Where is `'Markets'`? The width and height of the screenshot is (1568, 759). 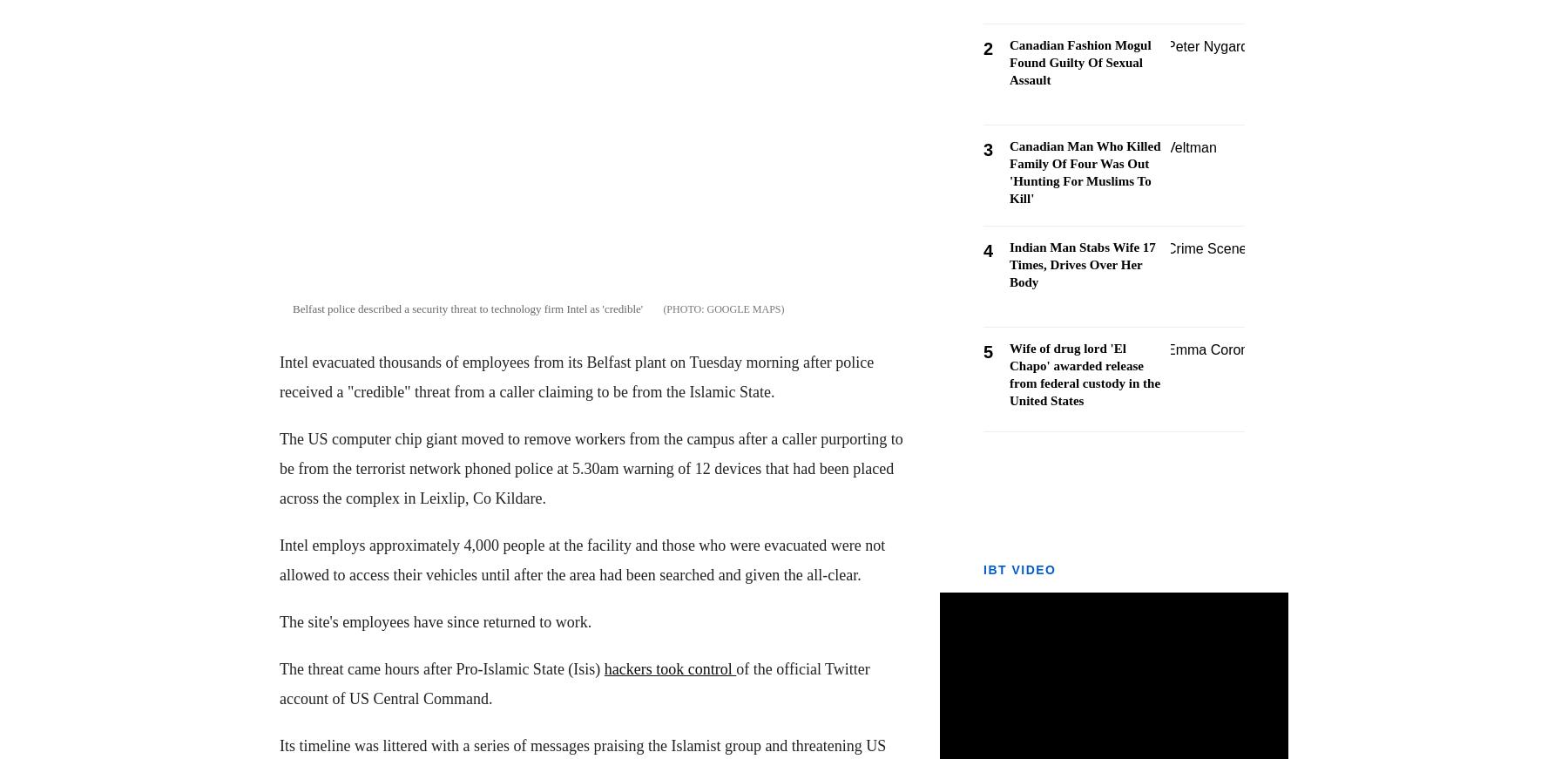 'Markets' is located at coordinates (11, 67).